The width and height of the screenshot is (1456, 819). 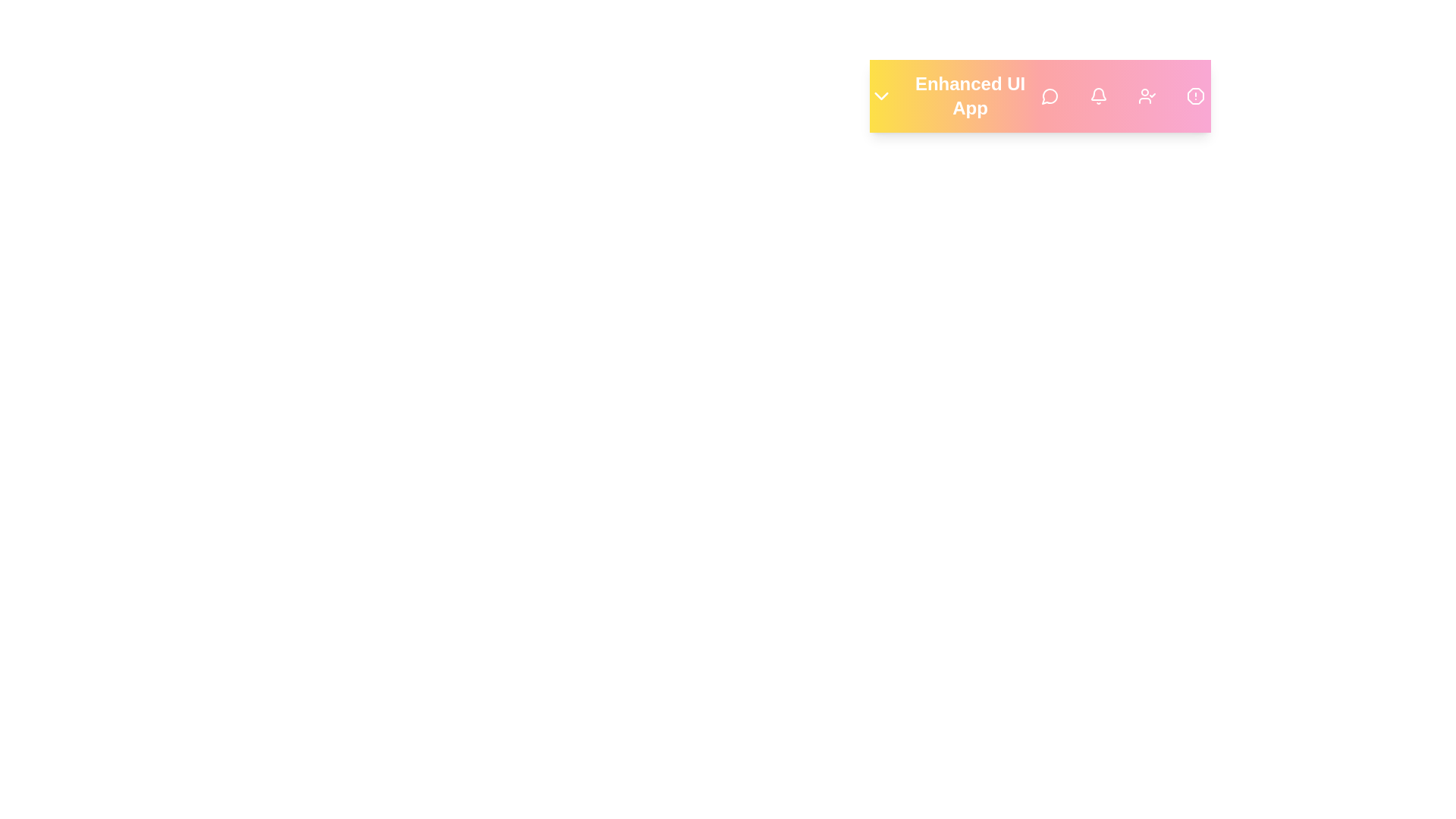 What do you see at coordinates (1195, 96) in the screenshot?
I see `'Alerts' button to view application alerts` at bounding box center [1195, 96].